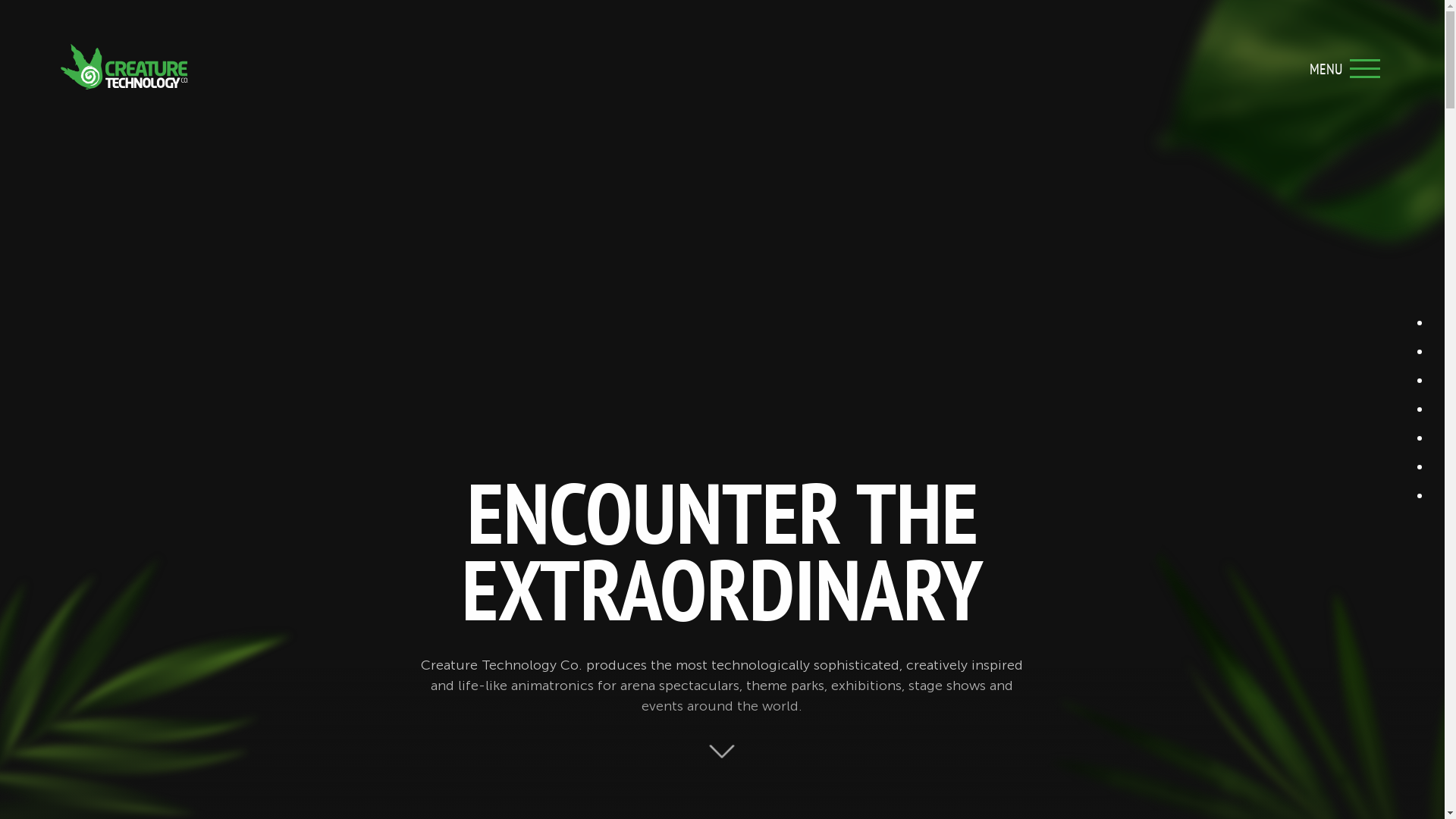 The image size is (1456, 819). I want to click on 'MENU', so click(1365, 67).